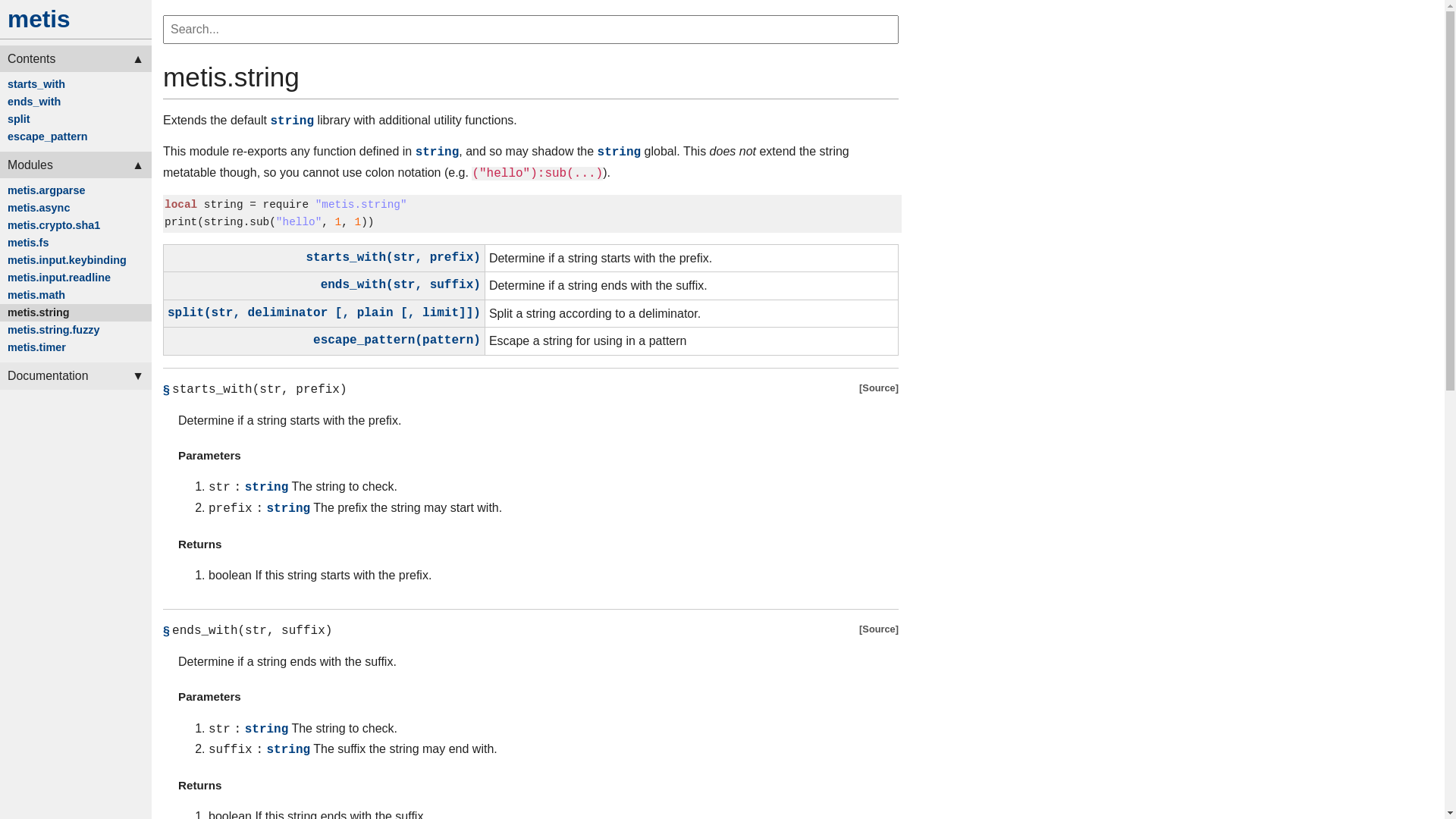 The height and width of the screenshot is (819, 1456). I want to click on 'string', so click(287, 509).